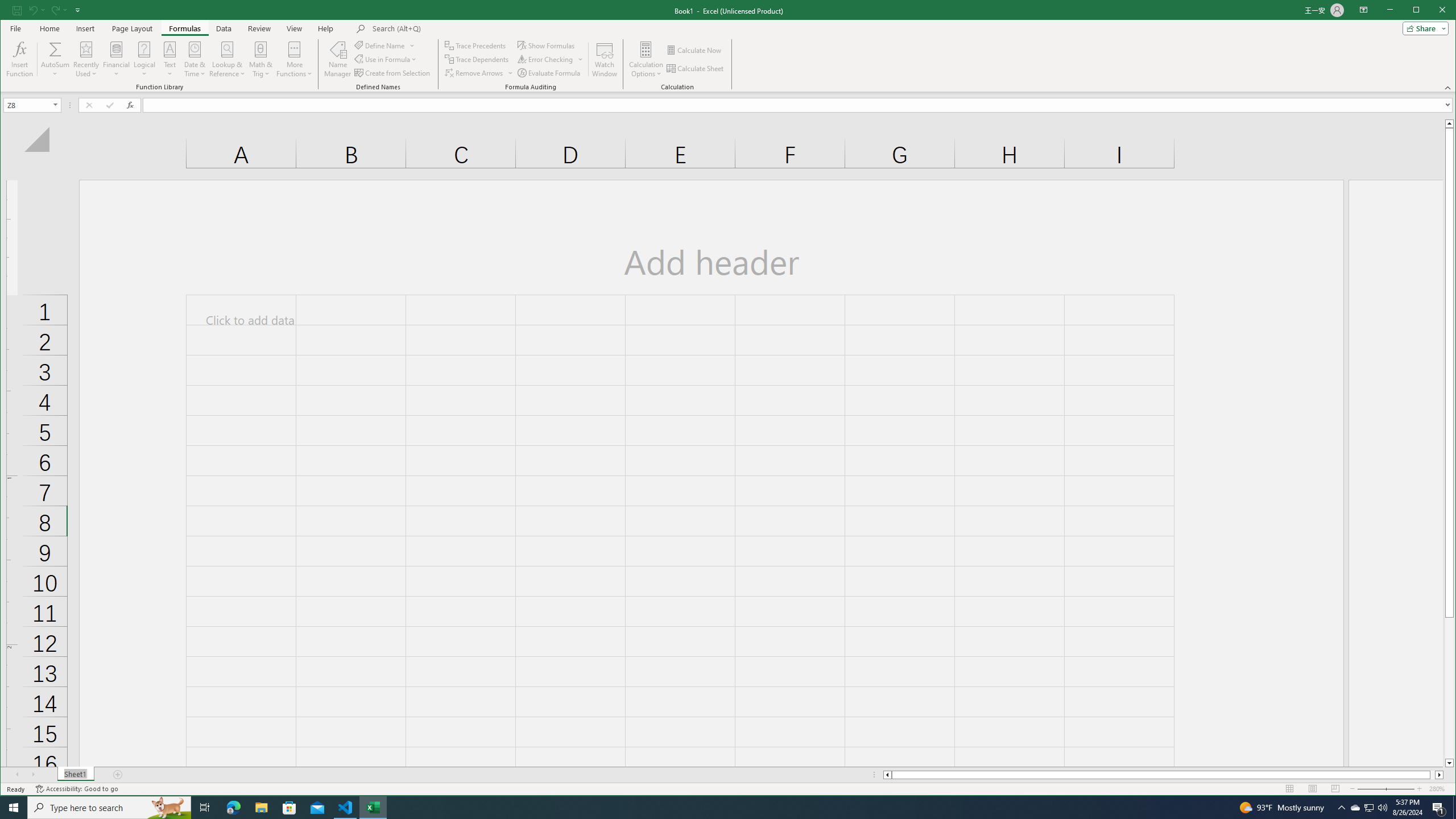 The height and width of the screenshot is (819, 1456). Describe the element at coordinates (1381, 806) in the screenshot. I see `'Q2790: 100%'` at that location.